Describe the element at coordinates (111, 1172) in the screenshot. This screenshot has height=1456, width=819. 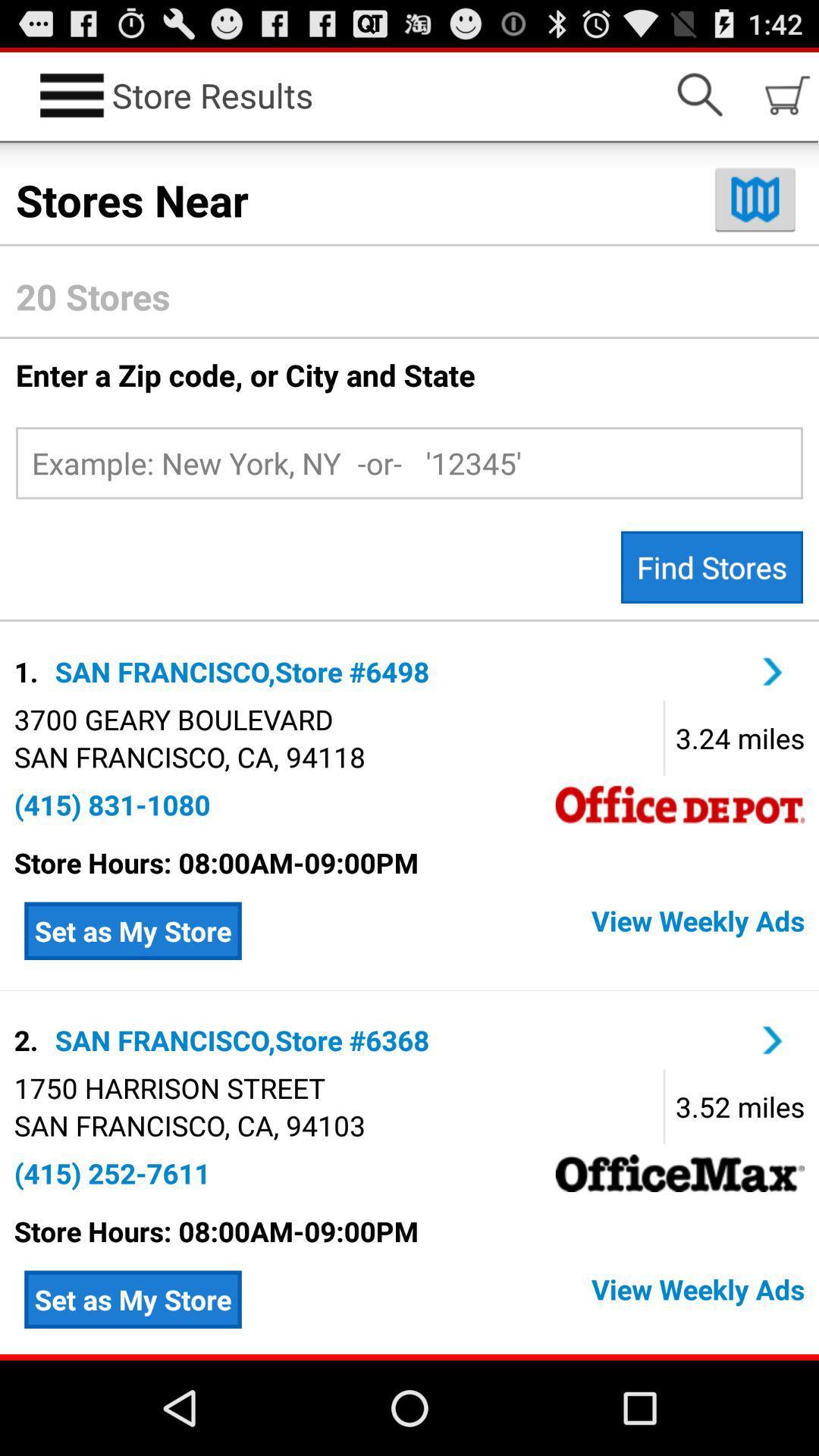
I see `the text which is immediately below san franciscoca94103` at that location.